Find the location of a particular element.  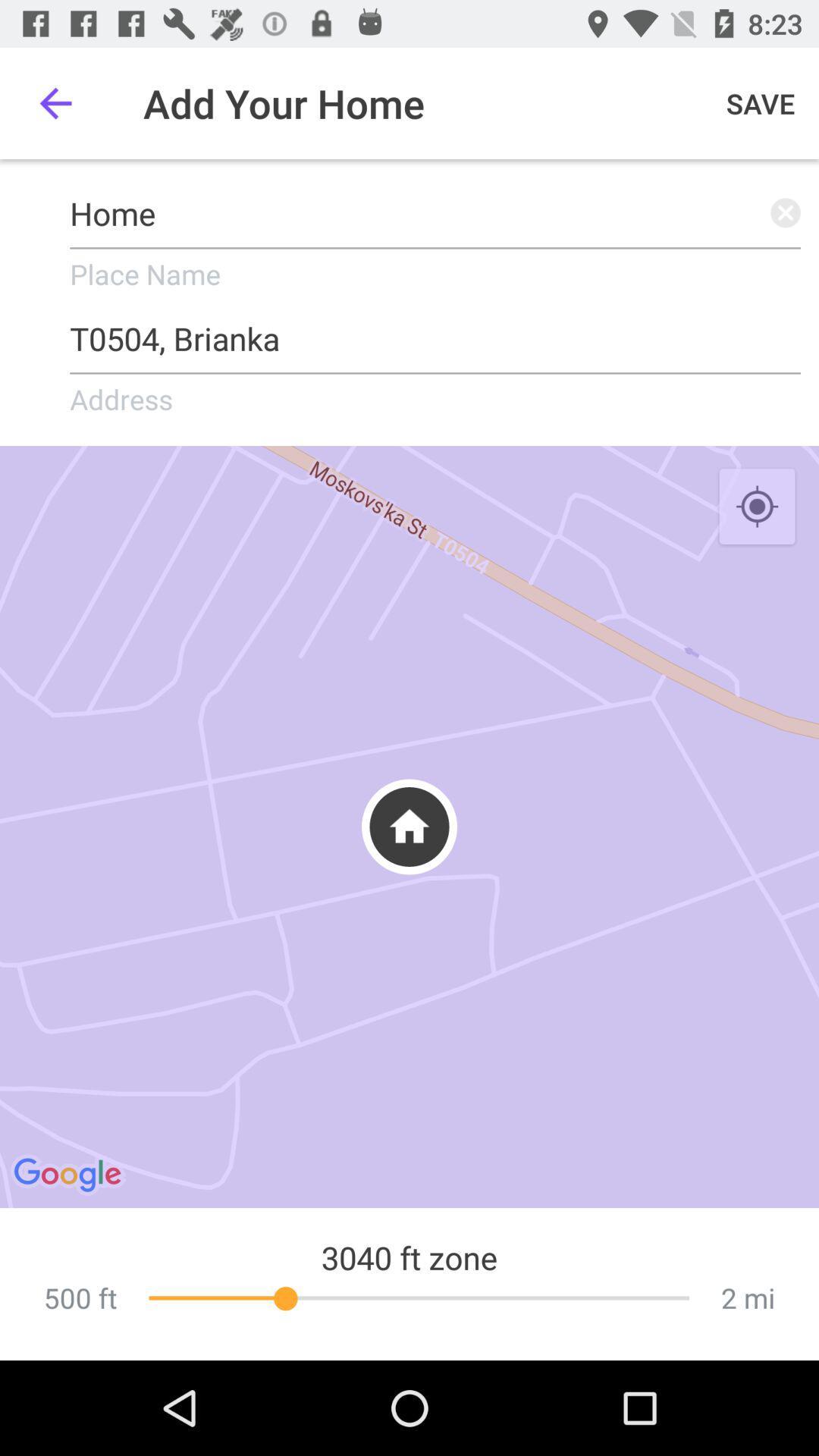

icon below place name item is located at coordinates (435, 332).